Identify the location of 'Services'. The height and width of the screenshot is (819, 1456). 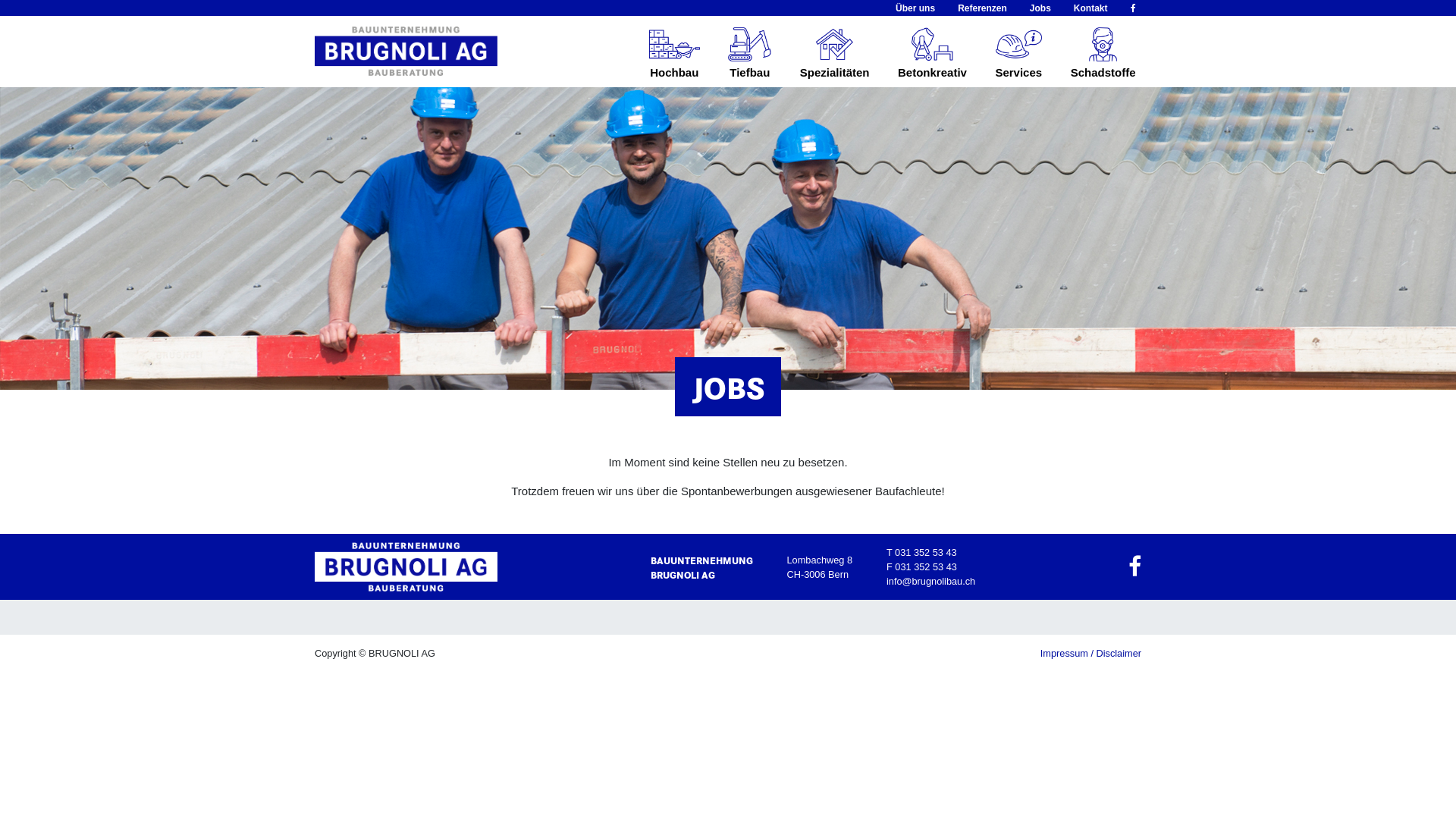
(1018, 51).